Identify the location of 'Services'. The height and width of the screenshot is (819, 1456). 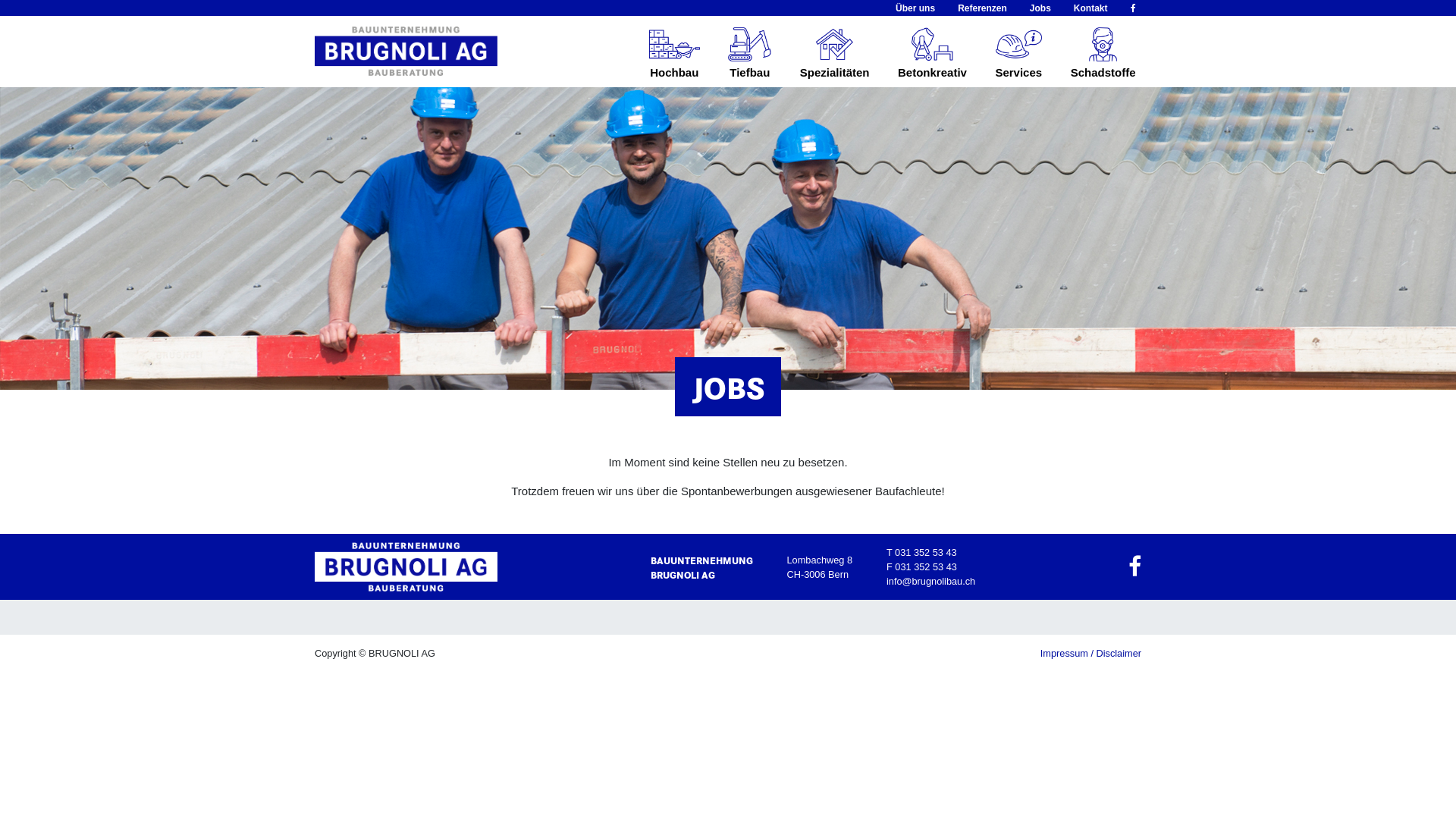
(1018, 51).